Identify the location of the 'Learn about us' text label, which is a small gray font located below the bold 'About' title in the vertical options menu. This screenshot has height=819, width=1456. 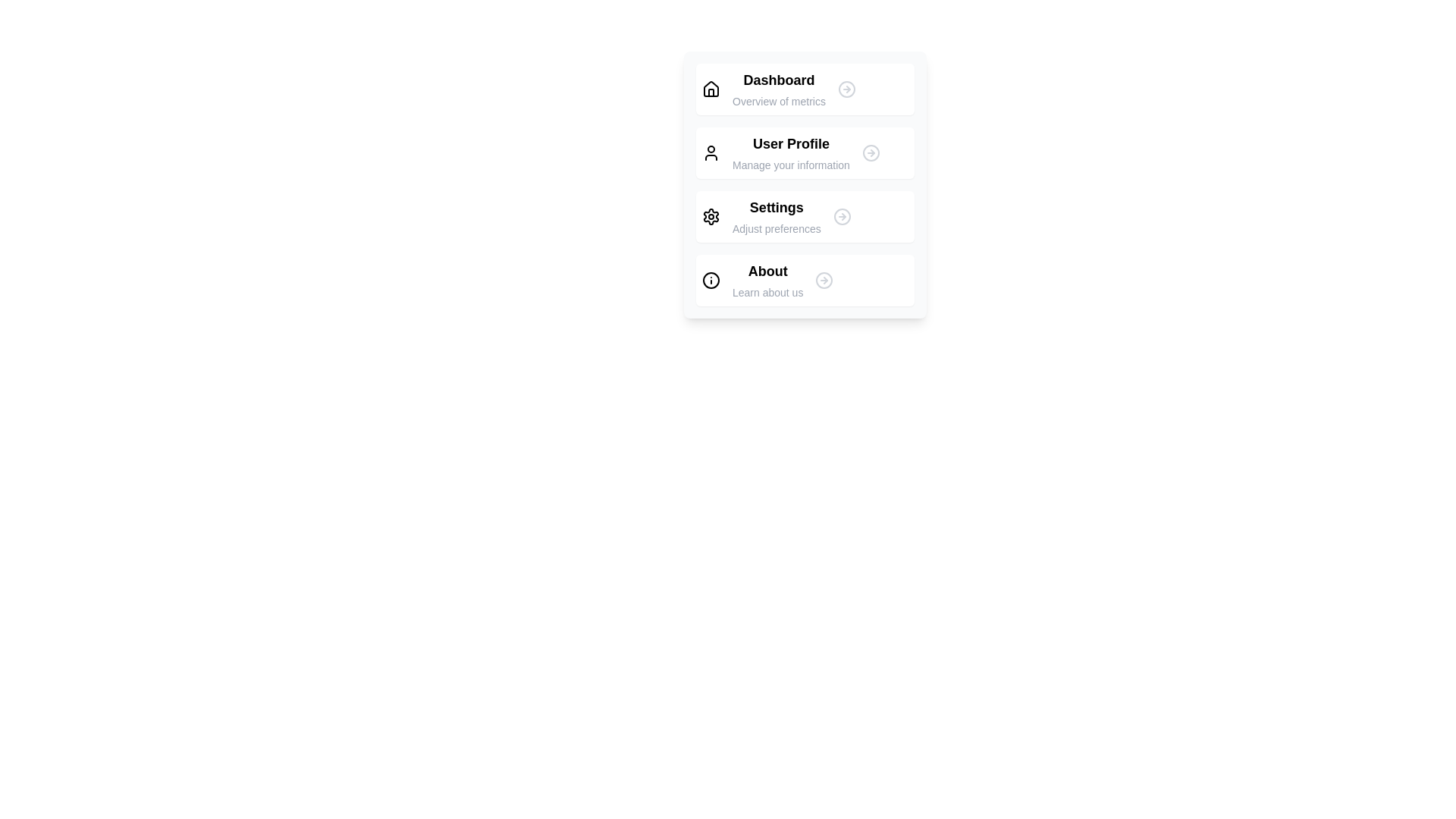
(767, 292).